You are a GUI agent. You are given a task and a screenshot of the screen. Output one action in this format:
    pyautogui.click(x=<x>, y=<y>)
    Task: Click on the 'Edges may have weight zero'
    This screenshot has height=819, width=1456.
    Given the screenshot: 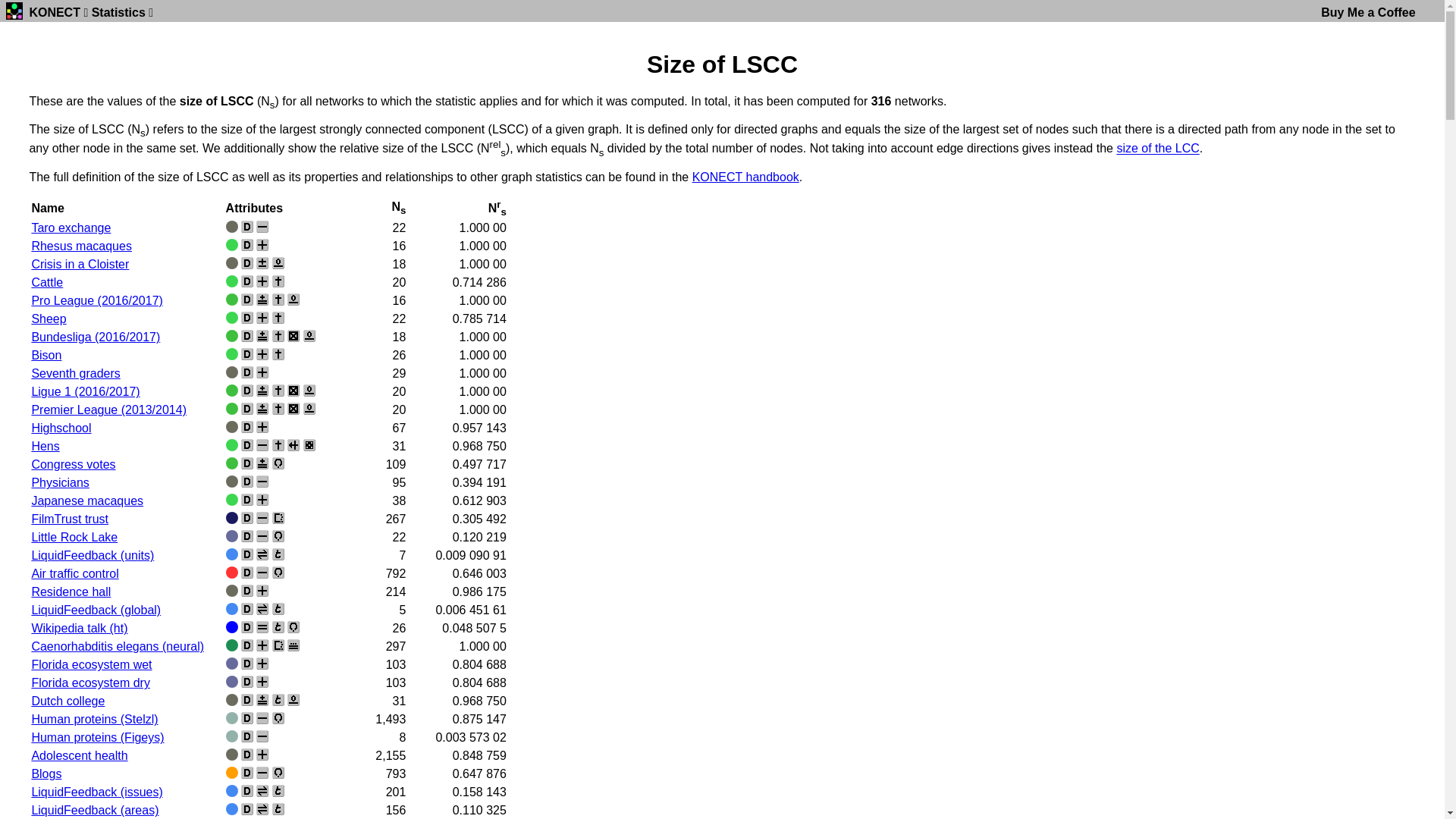 What is the action you would take?
    pyautogui.click(x=278, y=262)
    